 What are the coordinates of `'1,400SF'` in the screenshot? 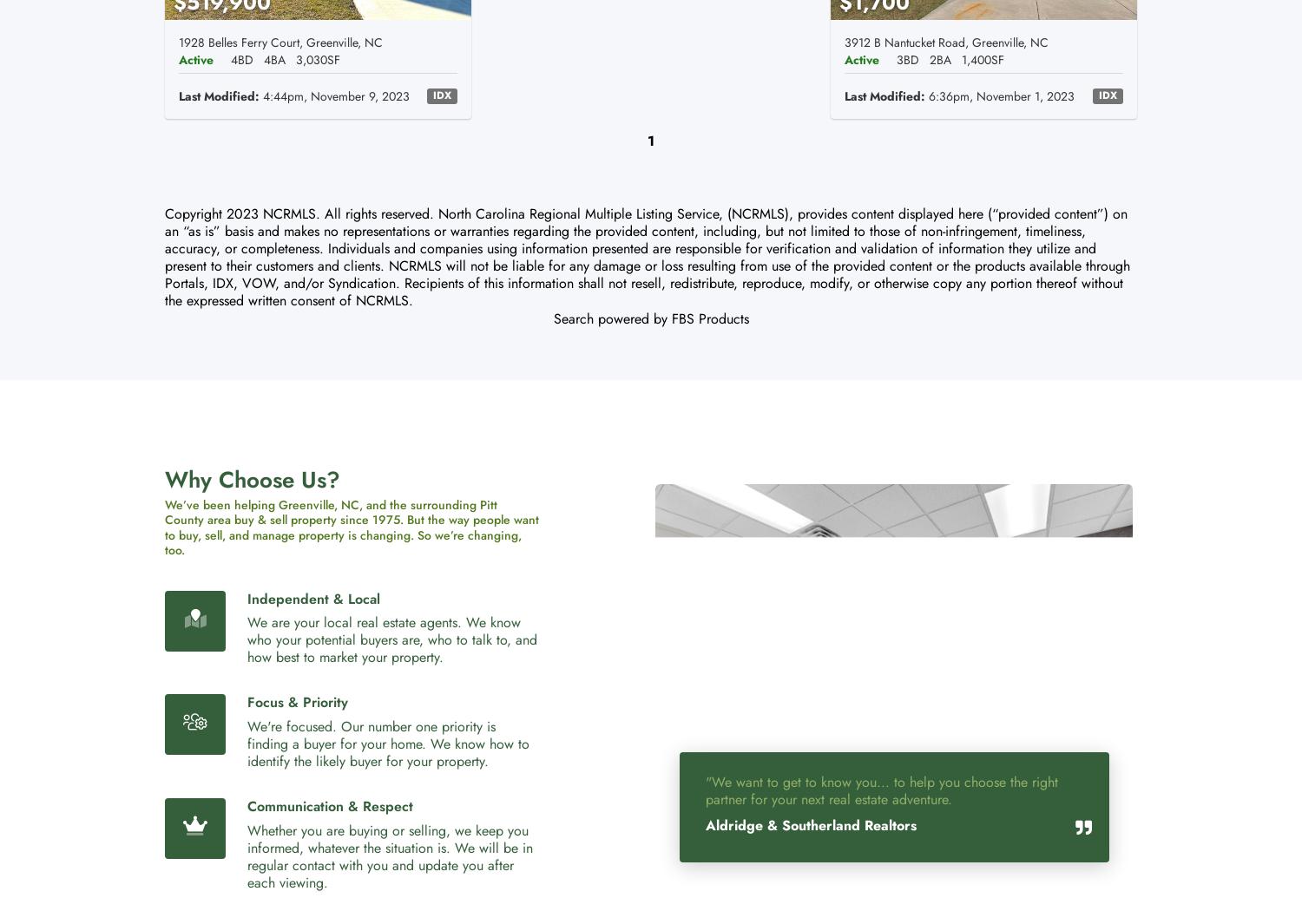 It's located at (961, 57).